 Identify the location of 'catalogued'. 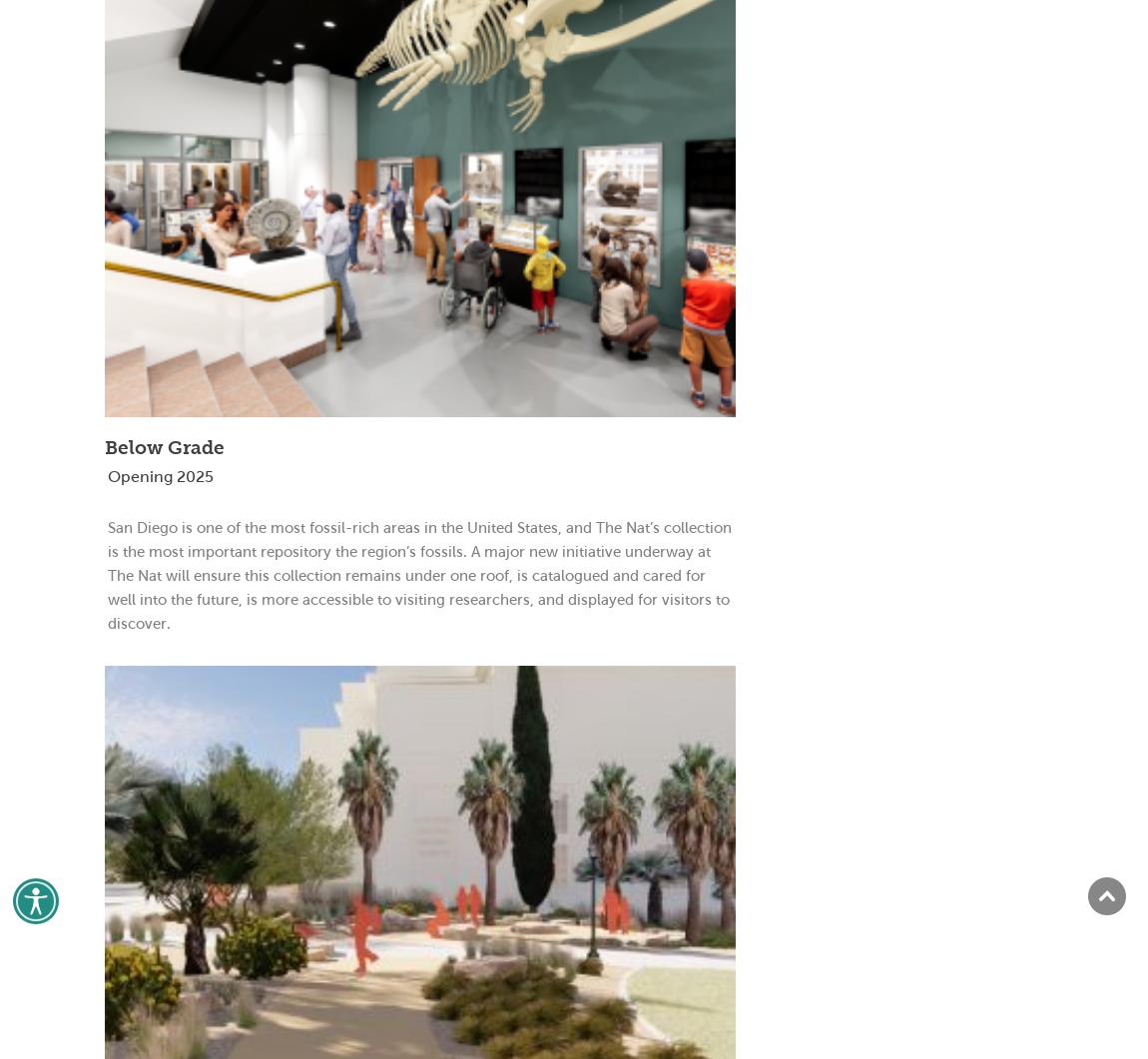
(570, 574).